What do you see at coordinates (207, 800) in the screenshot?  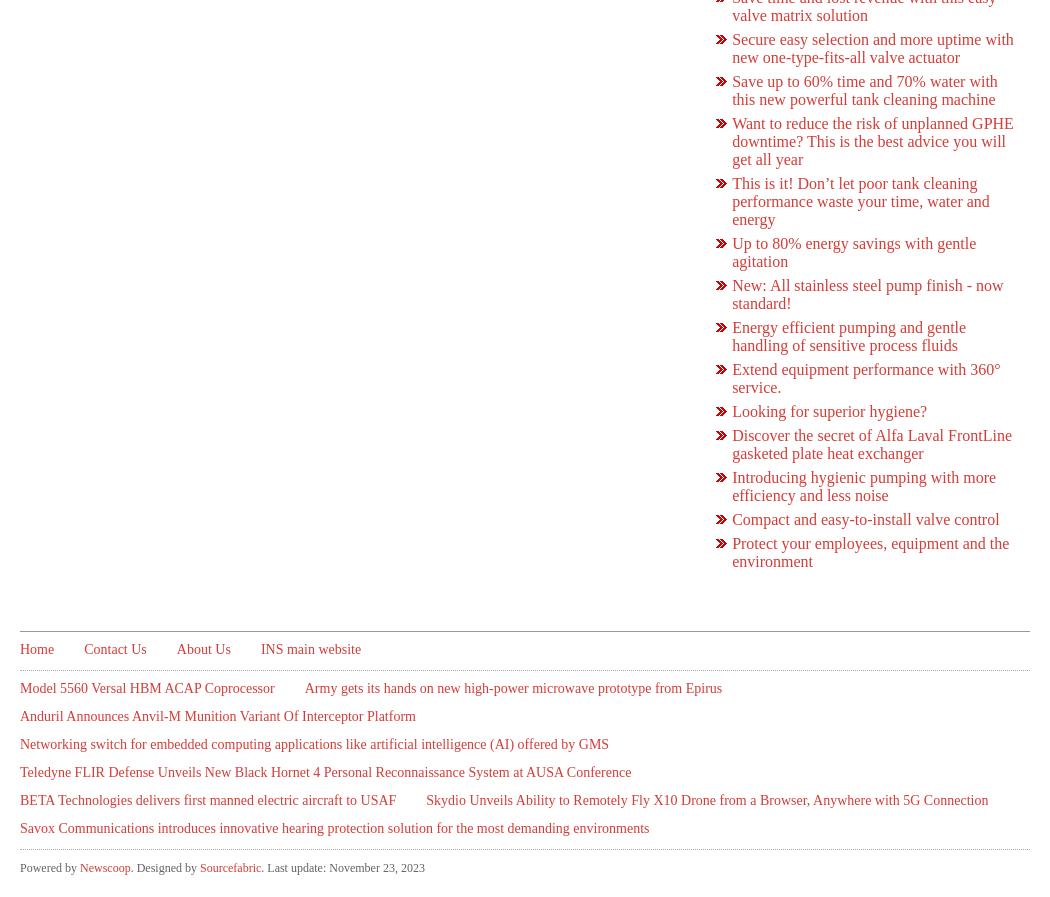 I see `'BETA Technologies delivers first manned electric aircraft to USAF'` at bounding box center [207, 800].